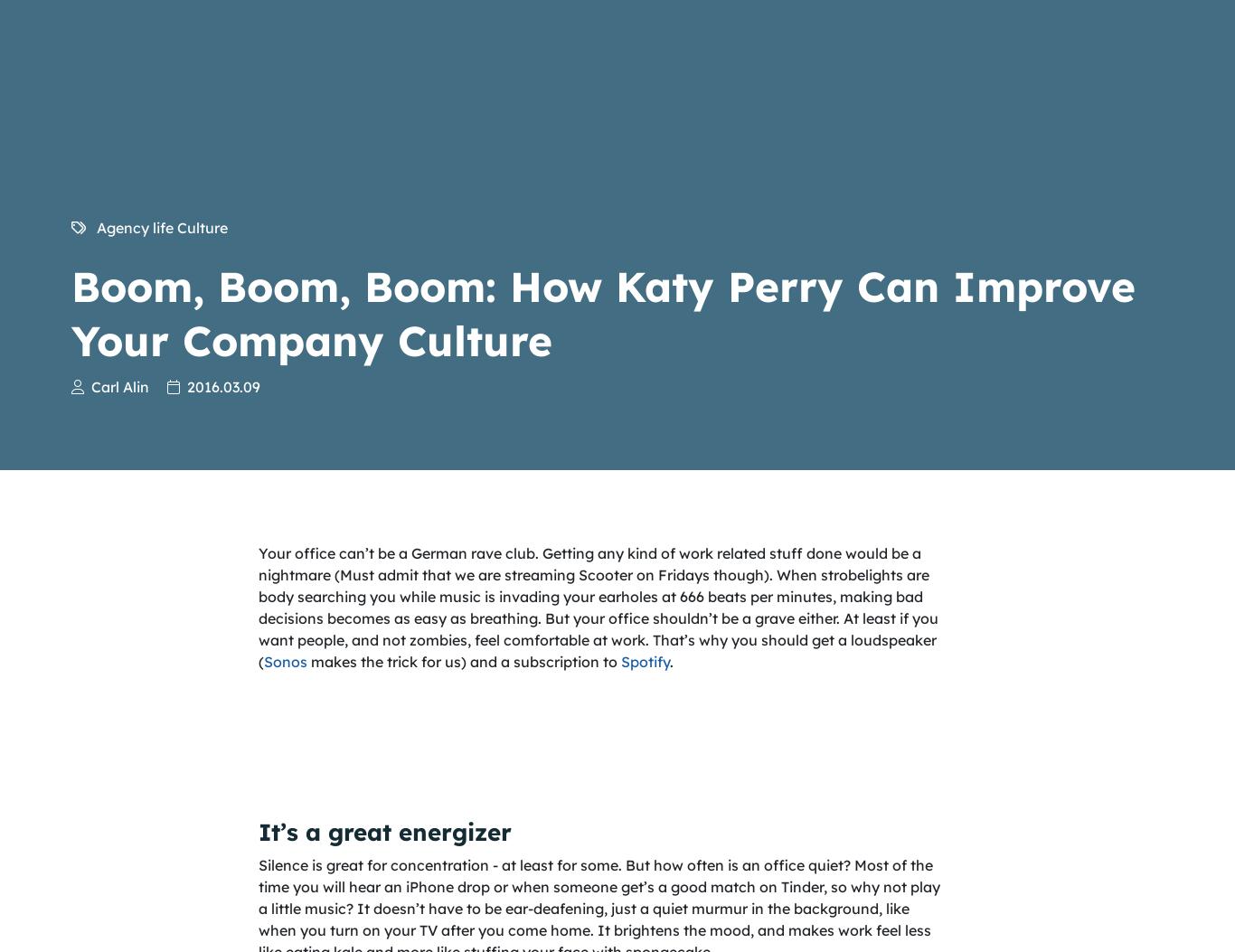  Describe the element at coordinates (483, 770) in the screenshot. I see `'Solutions'` at that location.